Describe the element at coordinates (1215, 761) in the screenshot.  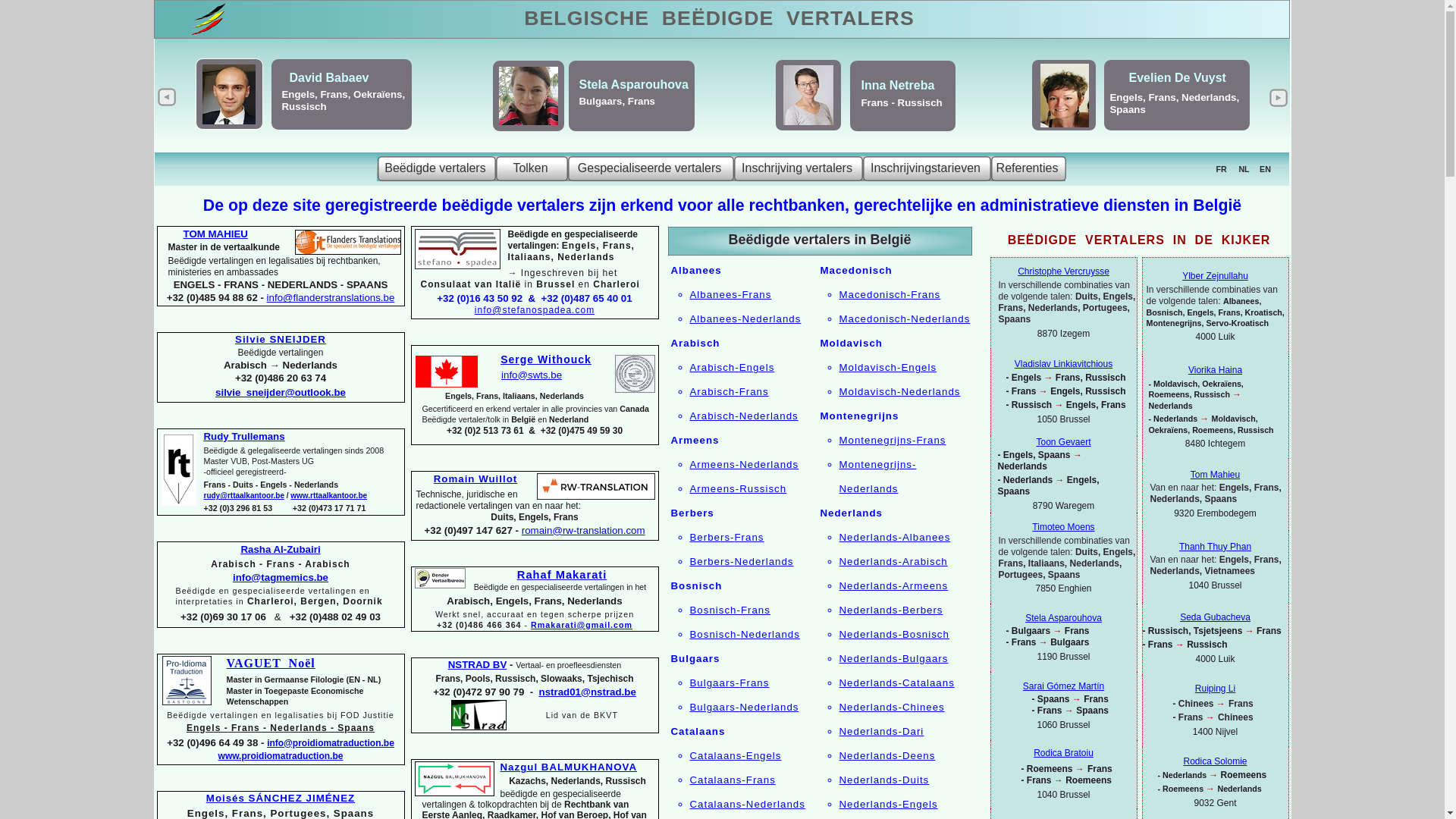
I see `'Rodica Solomie'` at that location.